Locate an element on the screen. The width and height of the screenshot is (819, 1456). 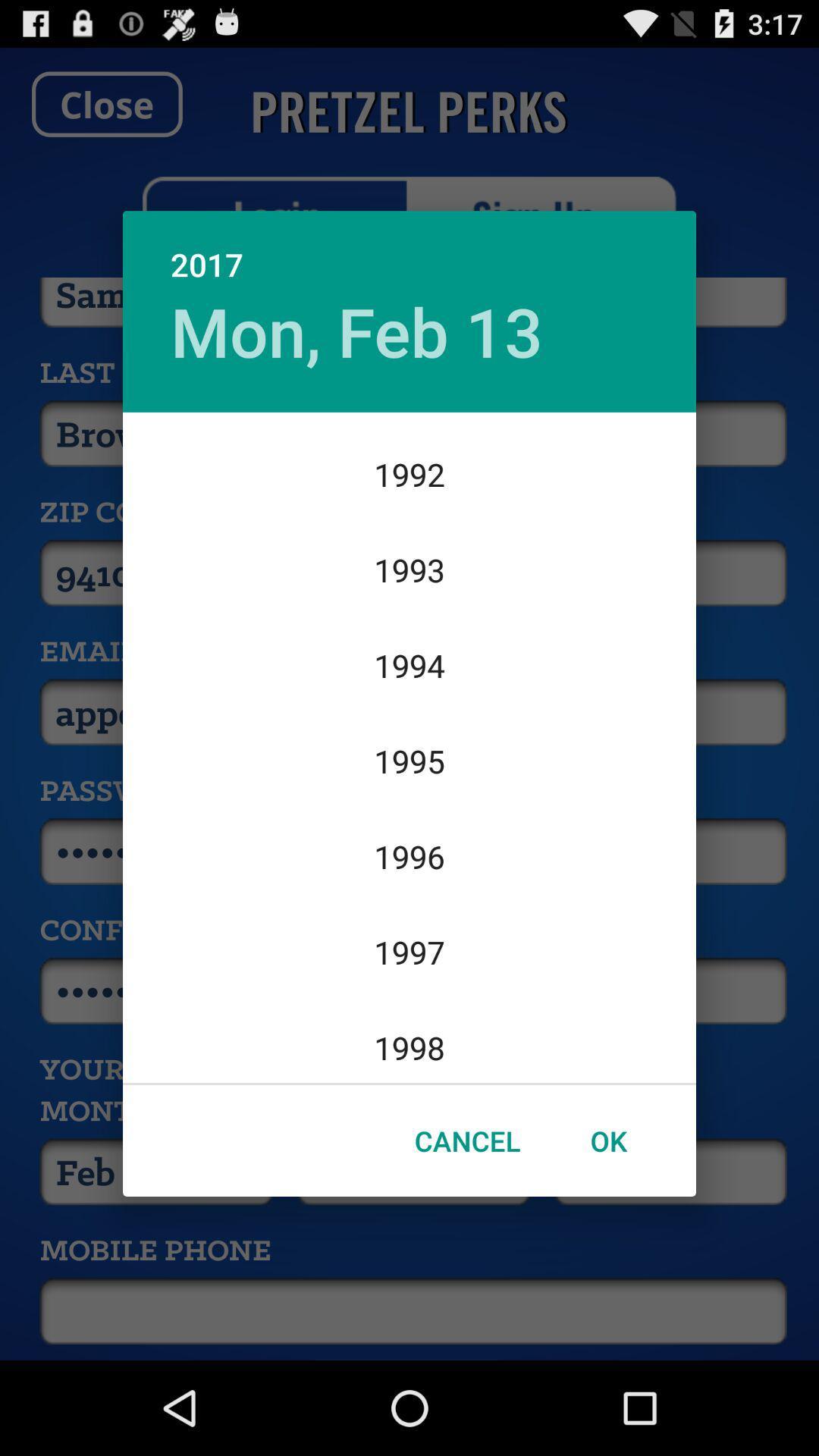
item to the right of the cancel is located at coordinates (607, 1141).